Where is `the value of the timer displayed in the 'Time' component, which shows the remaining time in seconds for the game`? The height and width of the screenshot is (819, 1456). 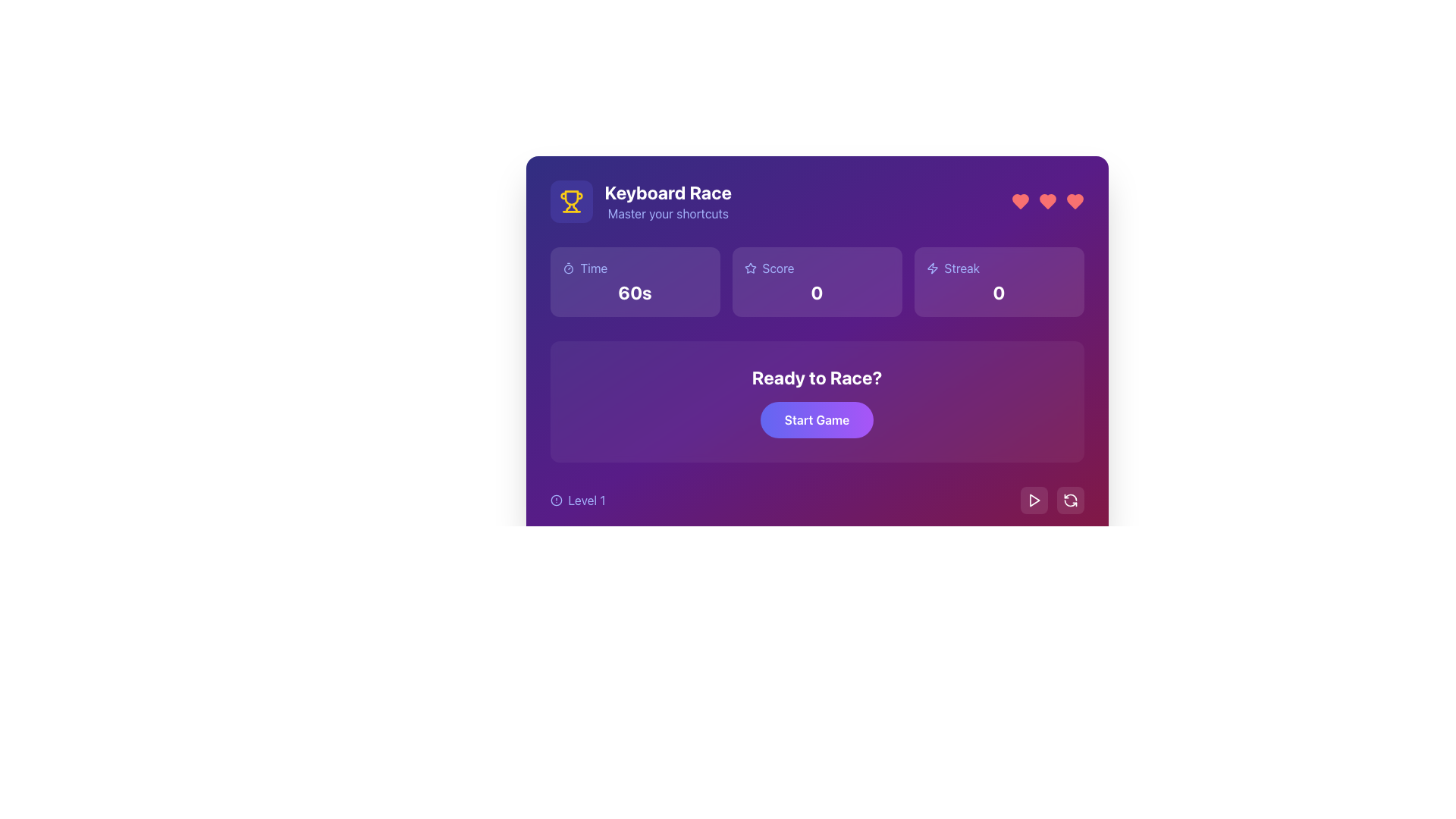
the value of the timer displayed in the 'Time' component, which shows the remaining time in seconds for the game is located at coordinates (635, 292).